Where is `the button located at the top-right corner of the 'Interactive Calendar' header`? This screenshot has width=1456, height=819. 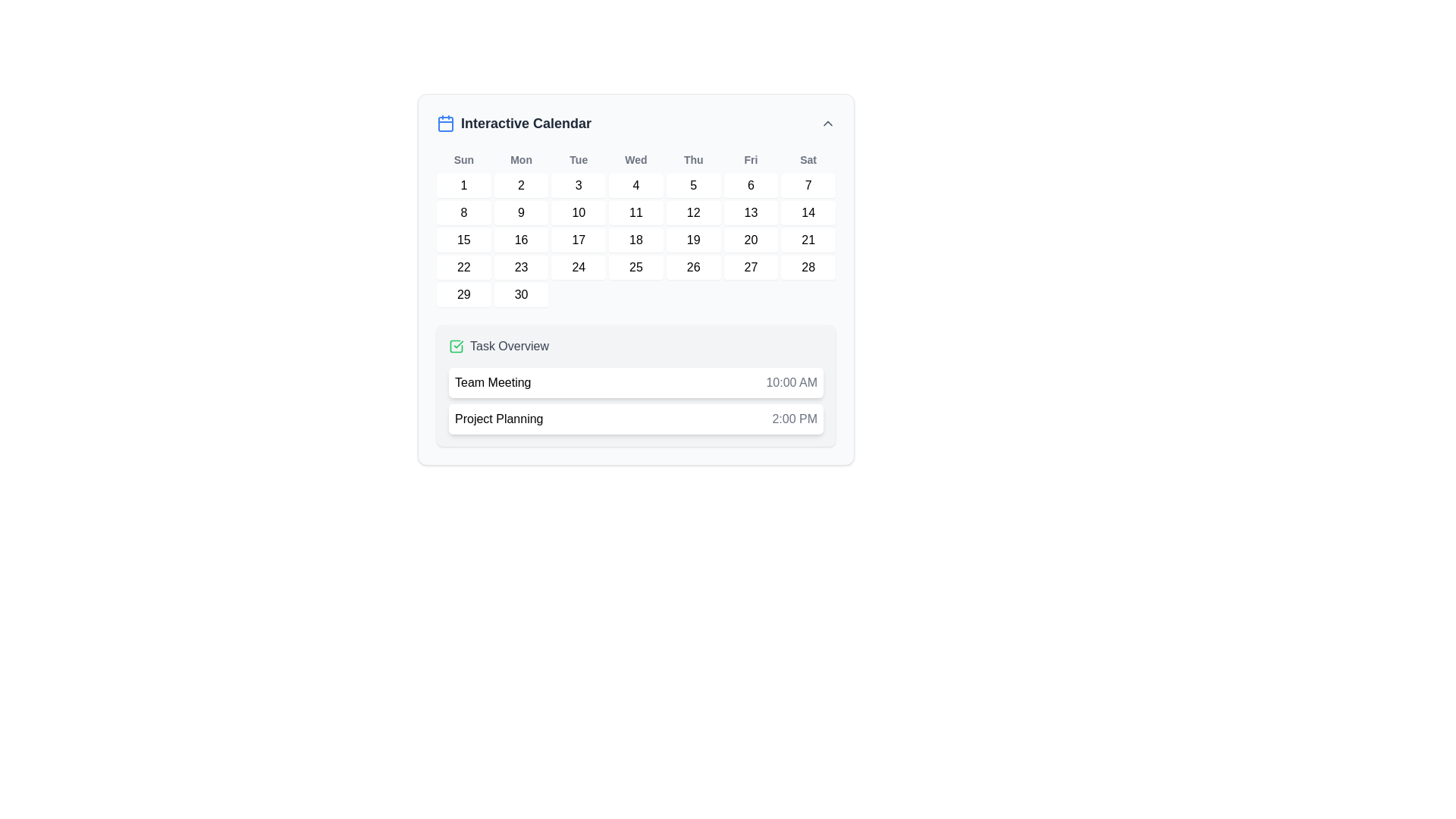
the button located at the top-right corner of the 'Interactive Calendar' header is located at coordinates (827, 122).